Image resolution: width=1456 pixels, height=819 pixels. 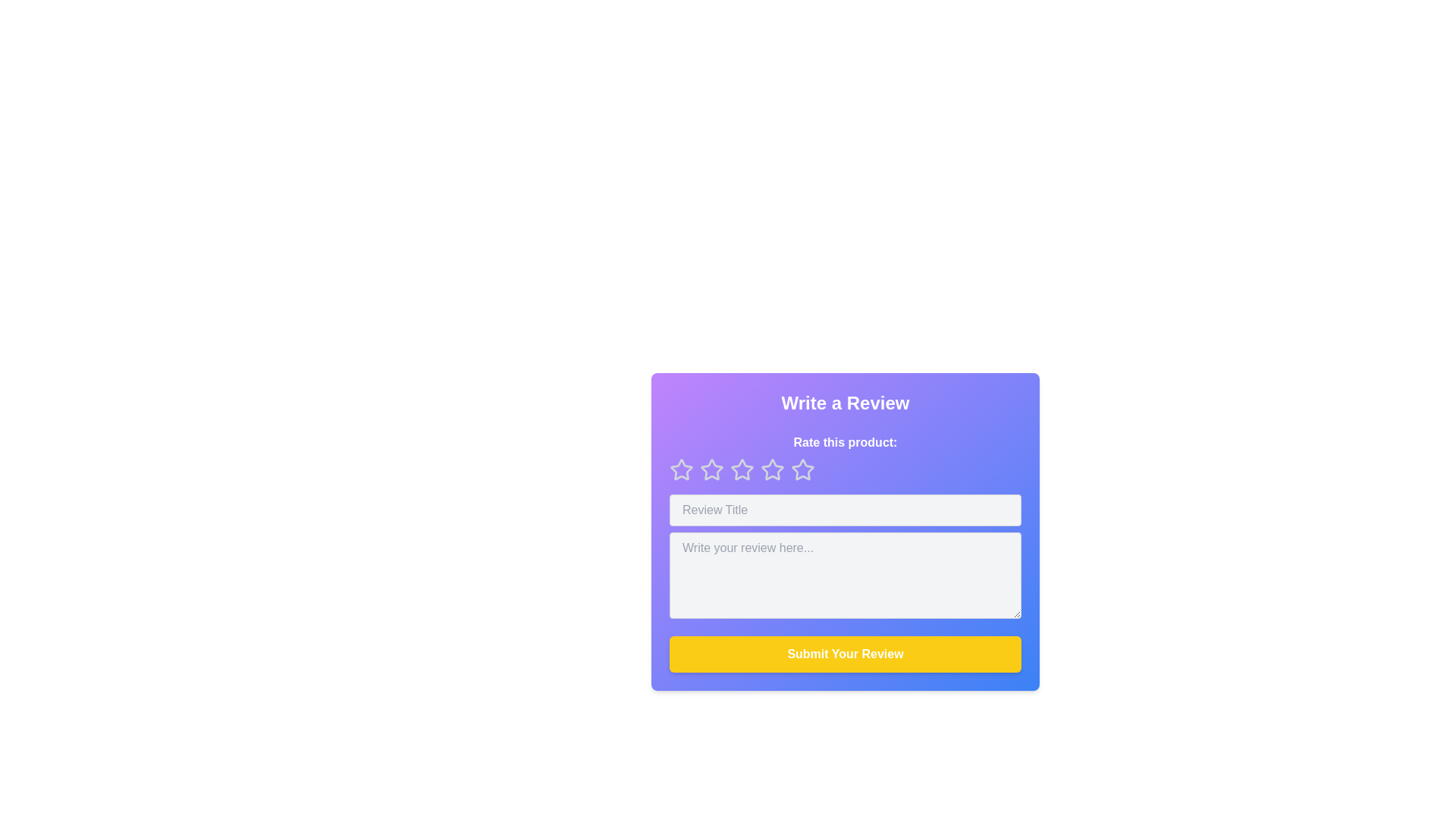 What do you see at coordinates (844, 442) in the screenshot?
I see `the label displaying 'Rate this product:' which is centrally placed in a purple gradient background, above the star icons in the review form` at bounding box center [844, 442].